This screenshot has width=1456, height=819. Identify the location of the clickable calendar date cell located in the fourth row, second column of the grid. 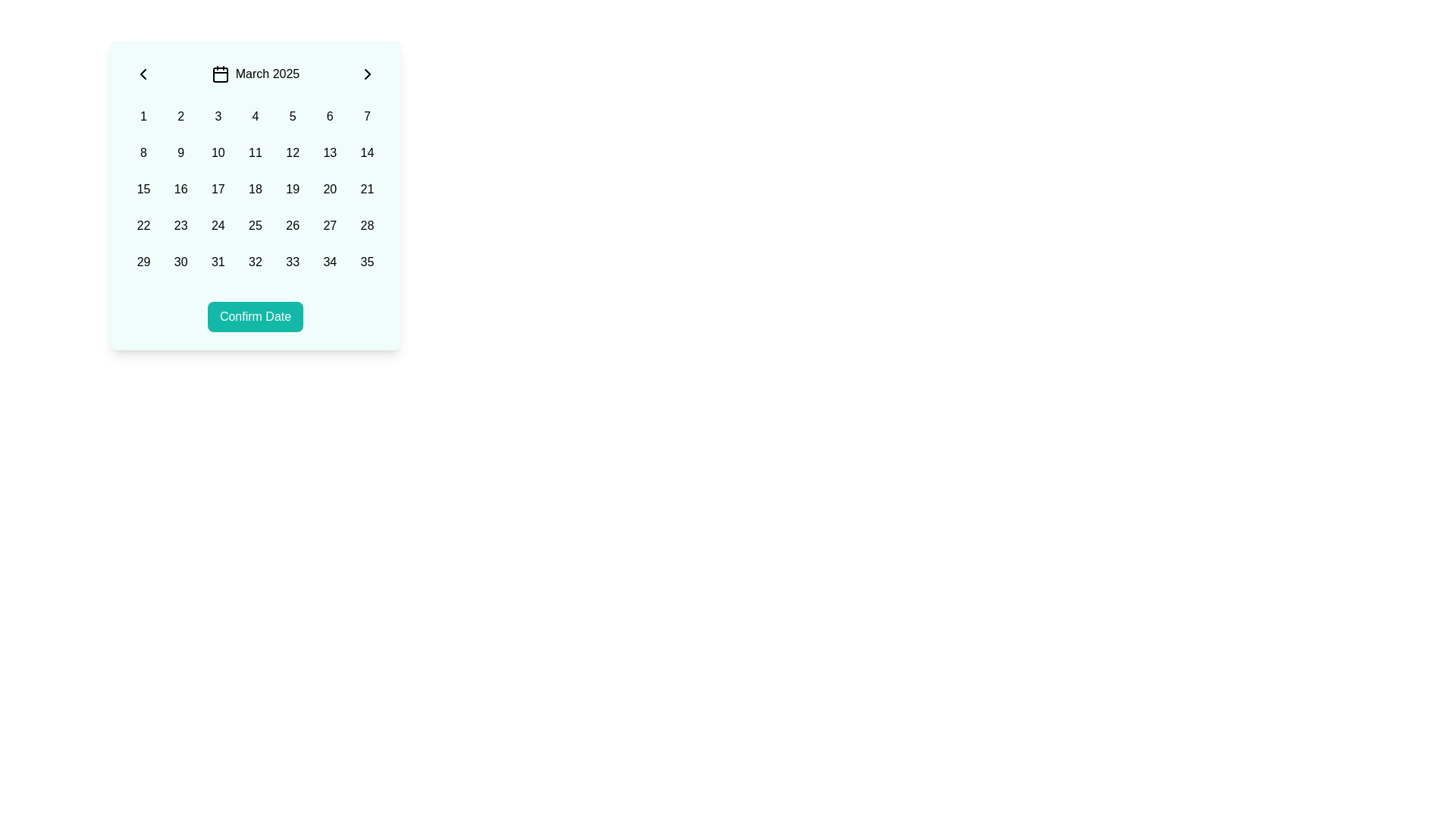
(180, 225).